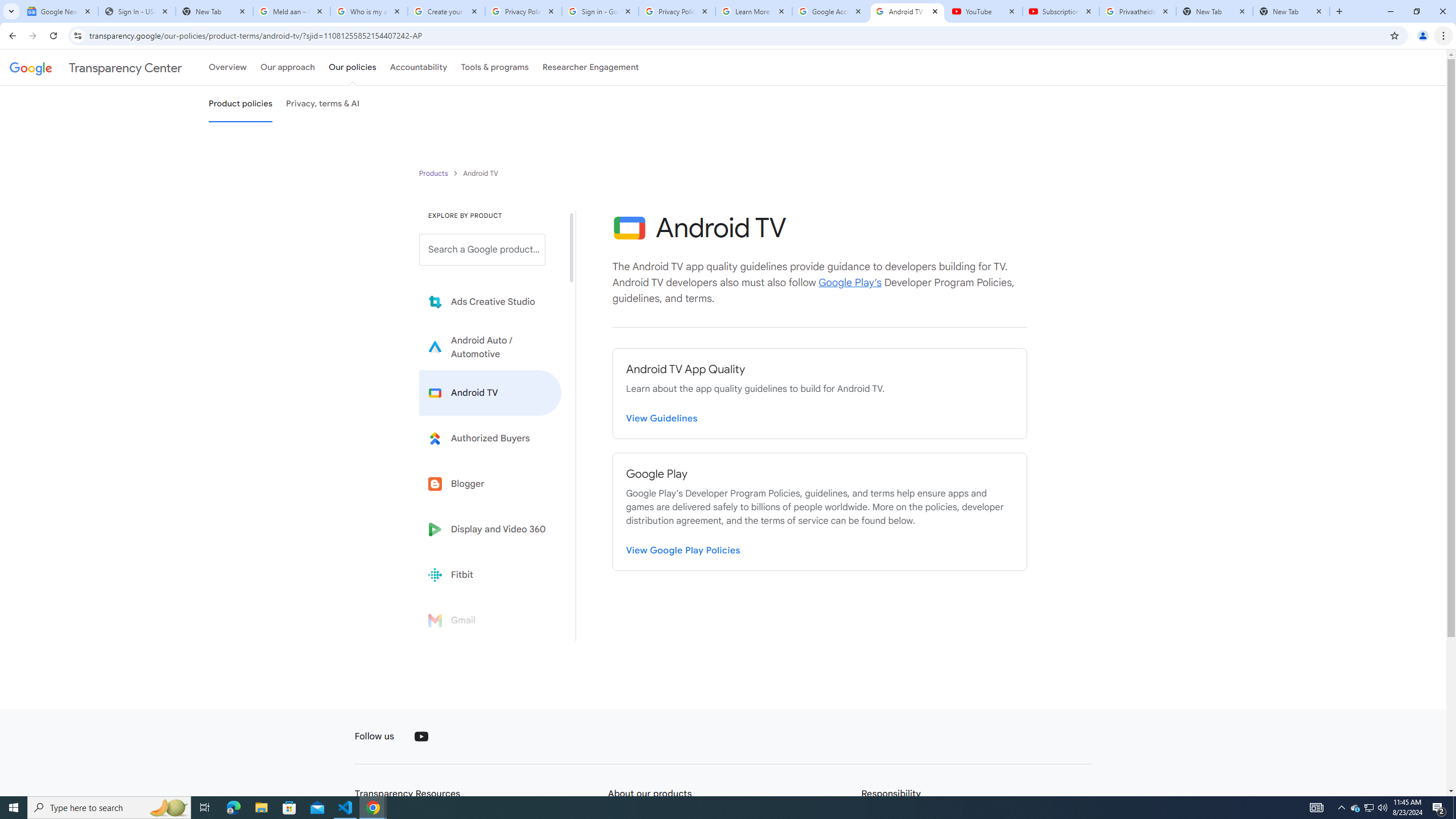  What do you see at coordinates (490, 347) in the screenshot?
I see `'Learn more about Android Auto'` at bounding box center [490, 347].